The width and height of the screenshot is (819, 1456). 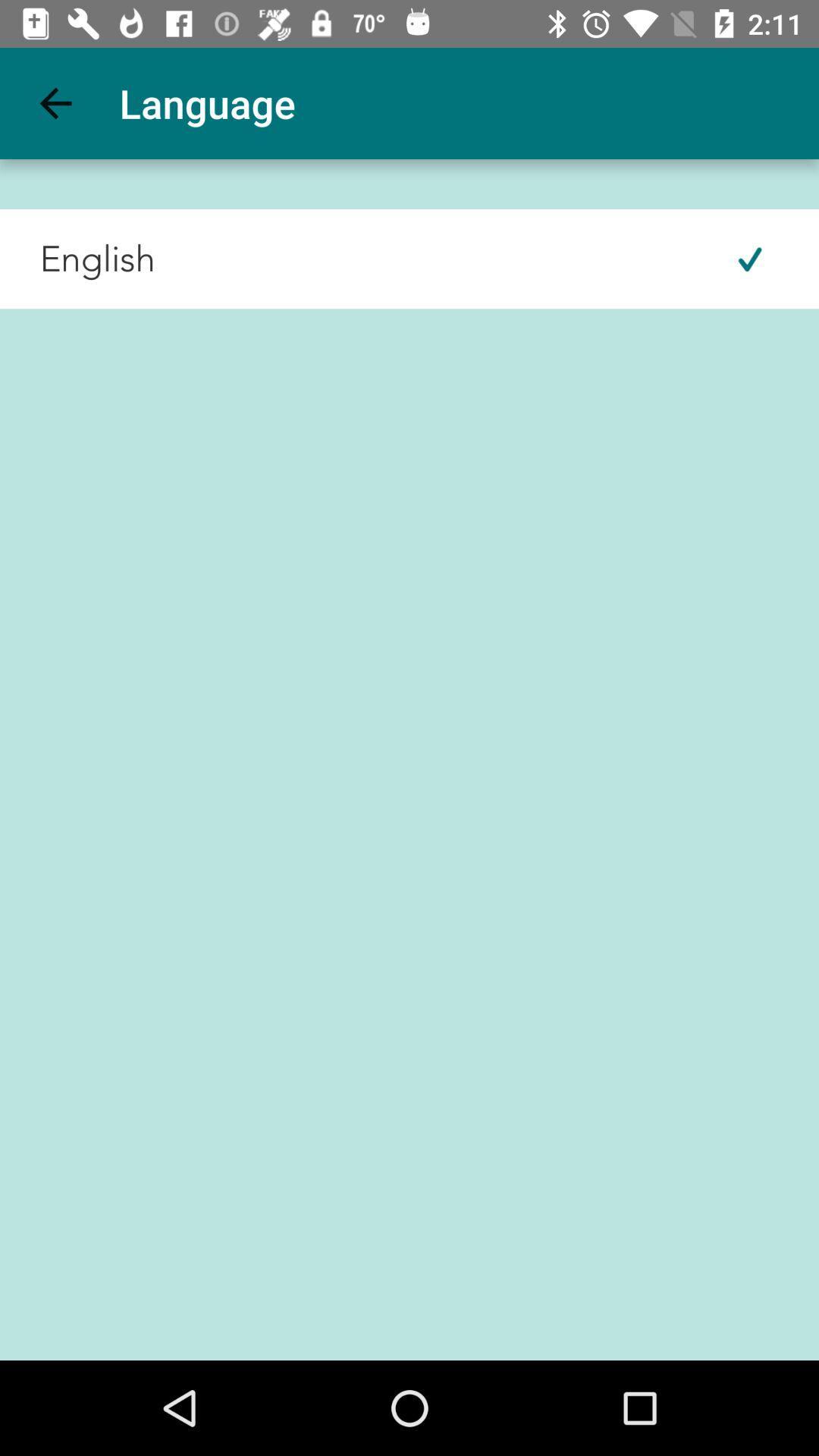 What do you see at coordinates (55, 102) in the screenshot?
I see `item next to the language` at bounding box center [55, 102].